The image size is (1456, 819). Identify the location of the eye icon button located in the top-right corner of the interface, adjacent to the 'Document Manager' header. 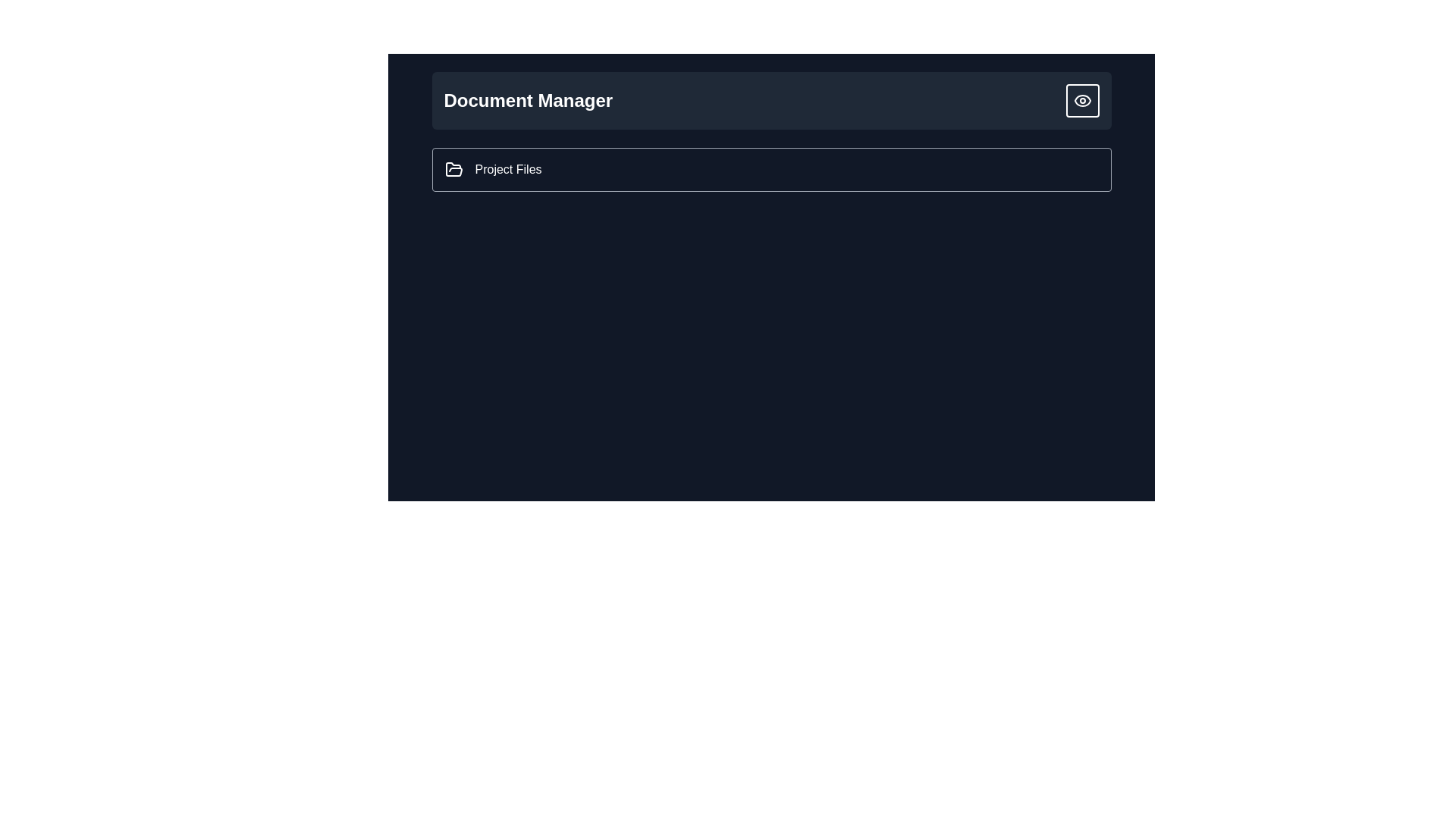
(1081, 100).